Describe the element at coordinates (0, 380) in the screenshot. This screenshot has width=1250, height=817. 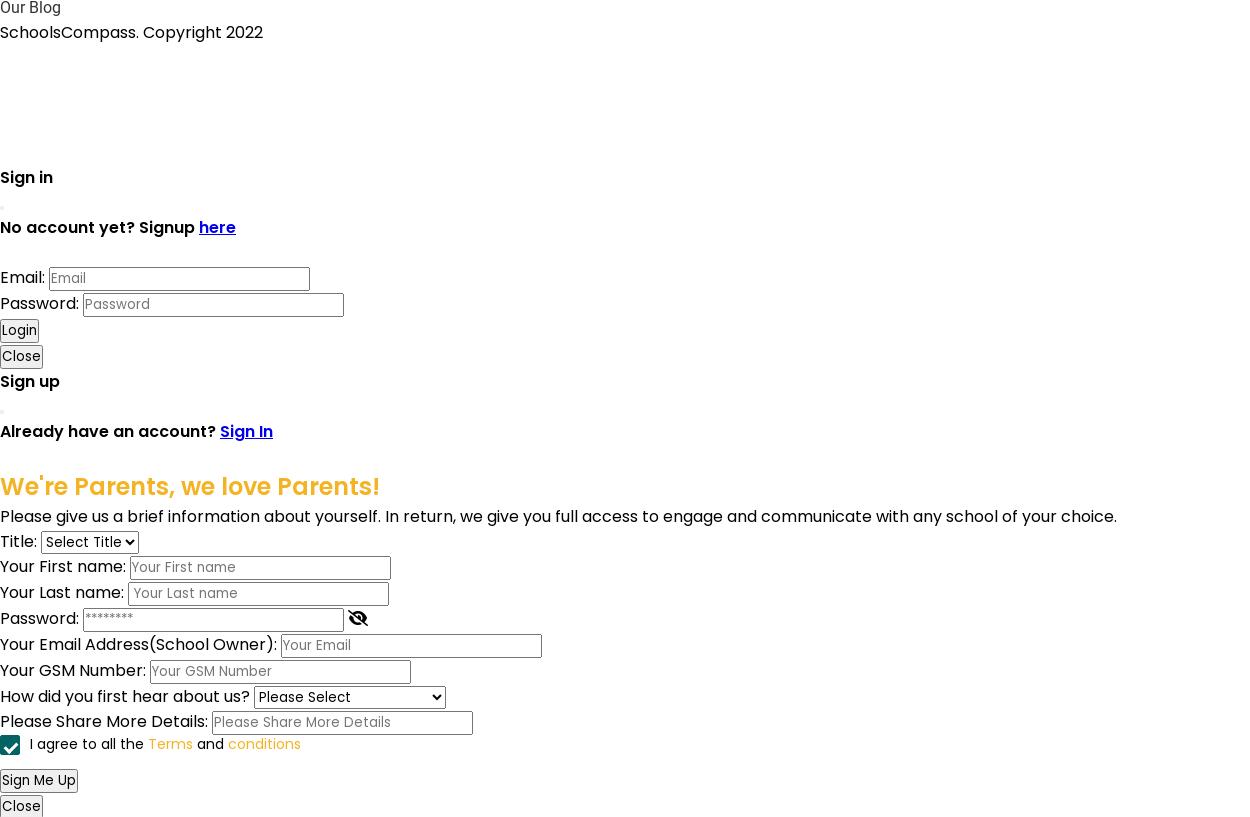
I see `'Sign up'` at that location.